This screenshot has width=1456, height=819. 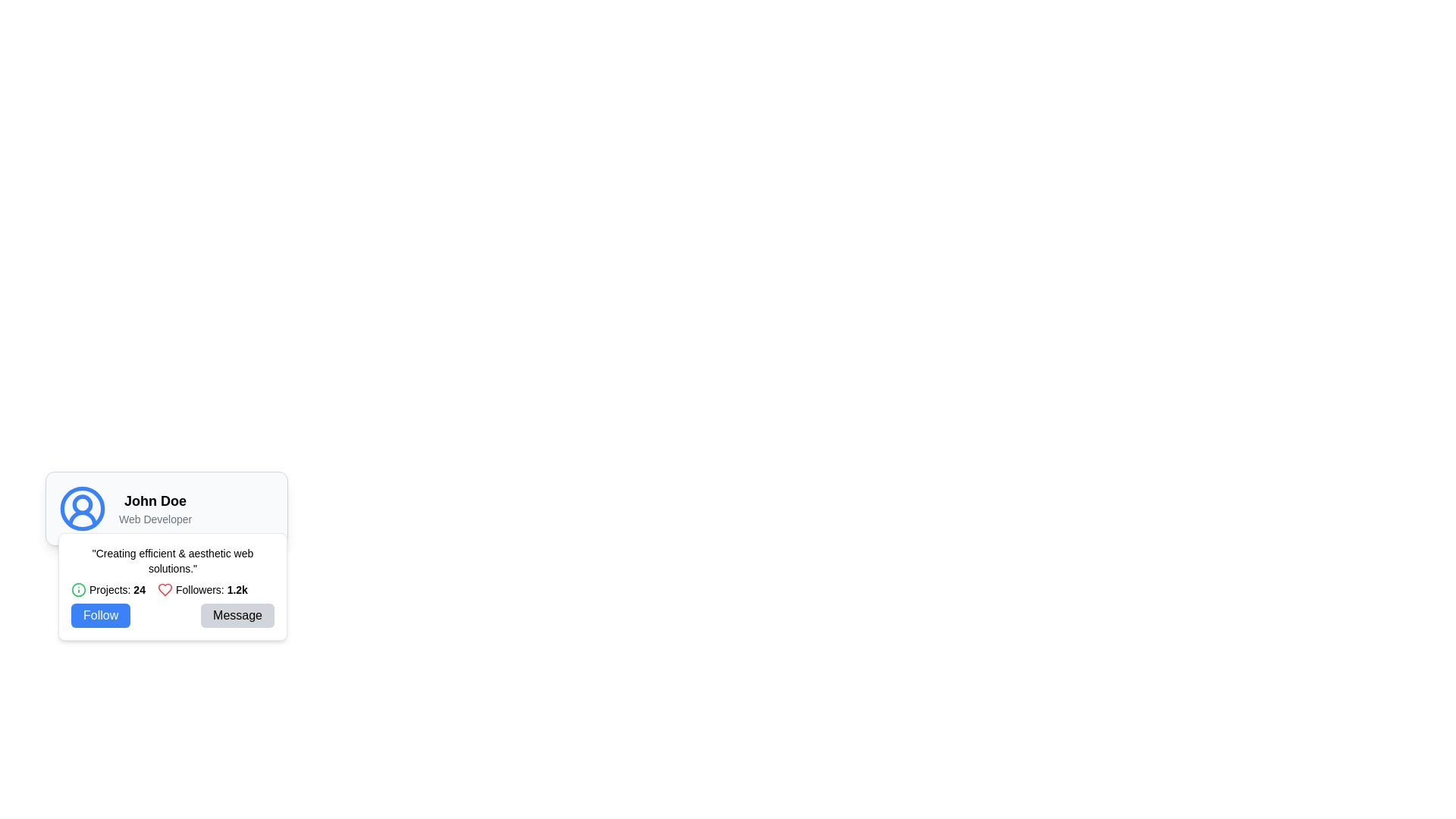 What do you see at coordinates (165, 589) in the screenshot?
I see `the heart icon located to the left of the 'Followers: 1.2k' text` at bounding box center [165, 589].